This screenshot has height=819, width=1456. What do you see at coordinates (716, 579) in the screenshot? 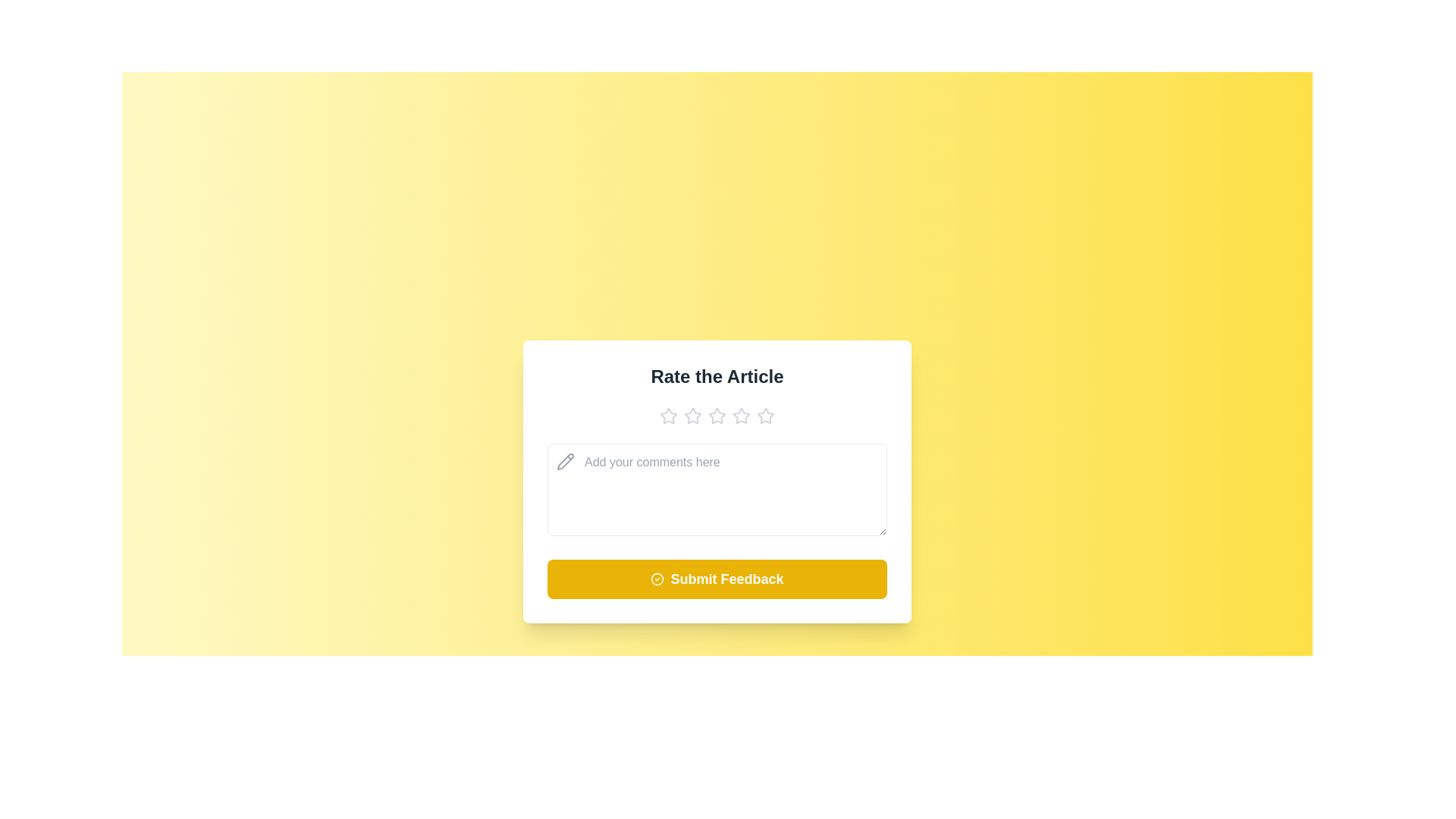
I see `the 'Submit Feedback' button, which is a rectangular button with a yellow background and white text, located at the bottom of the 'Rate the Article' section` at bounding box center [716, 579].